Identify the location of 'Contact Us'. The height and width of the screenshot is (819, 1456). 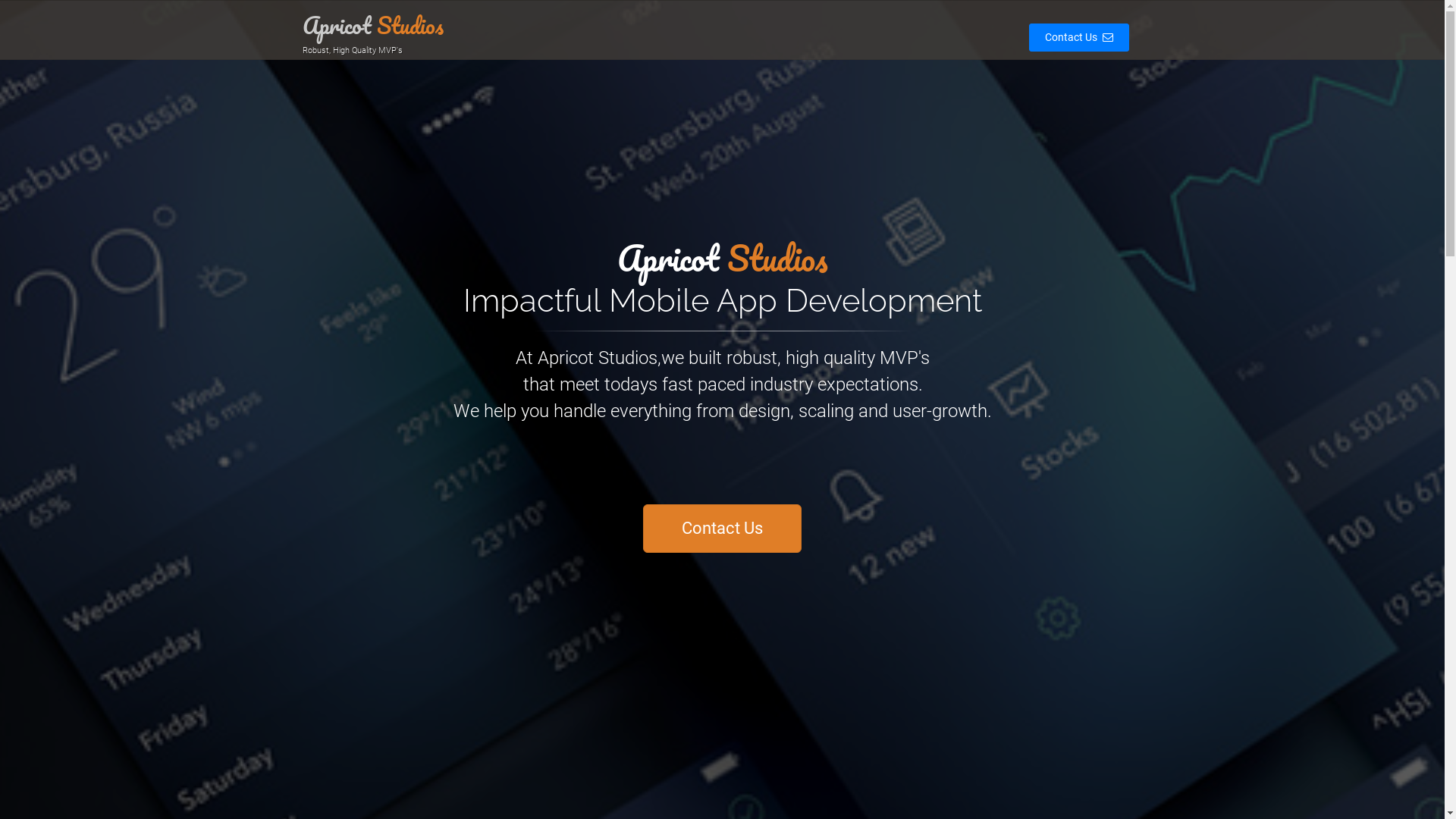
(1072, 36).